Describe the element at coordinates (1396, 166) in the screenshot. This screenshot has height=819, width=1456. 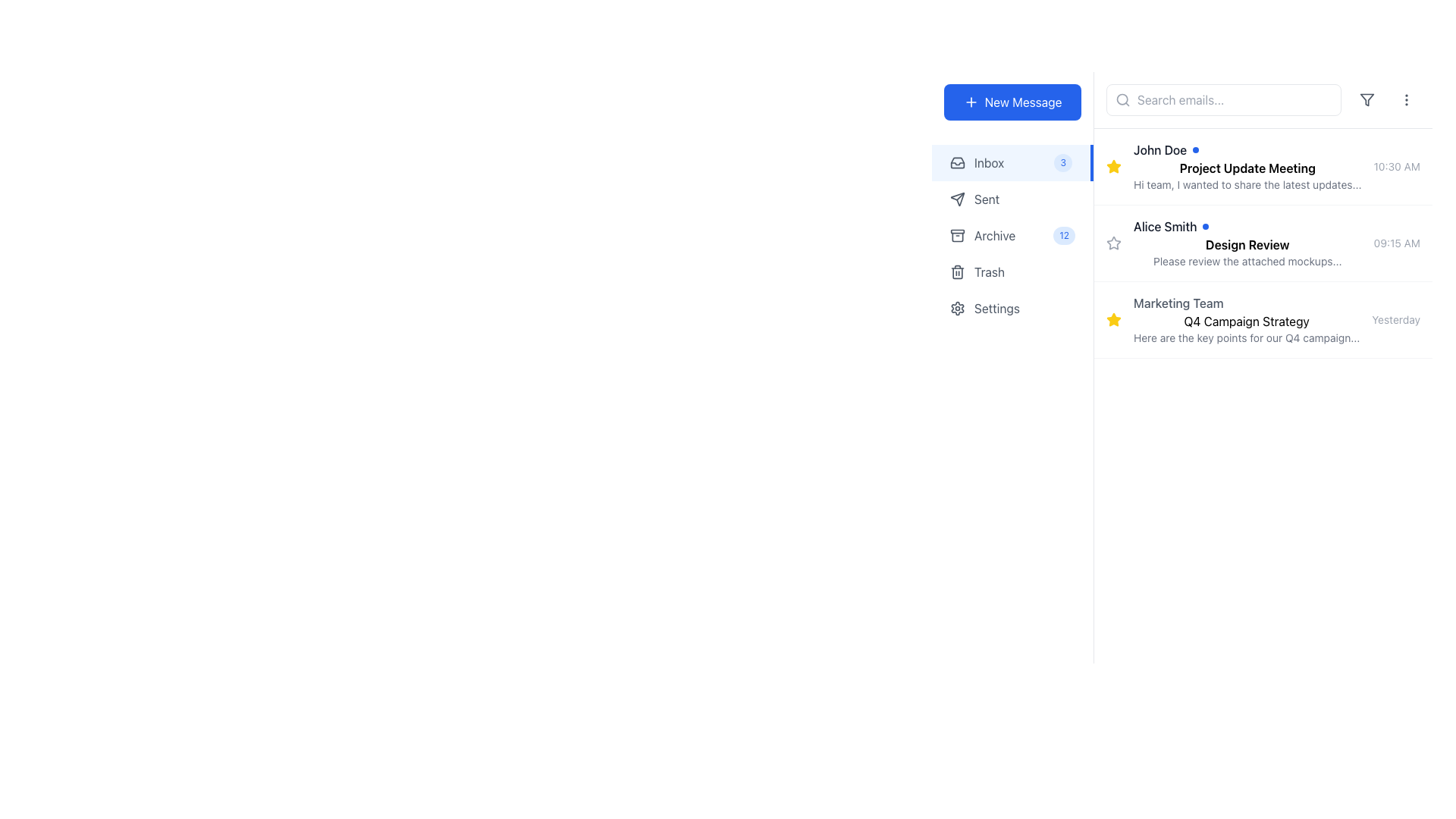
I see `the text label displaying the time associated with the email message, located at the top-right corner of the email item, next to the title and sender information` at that location.